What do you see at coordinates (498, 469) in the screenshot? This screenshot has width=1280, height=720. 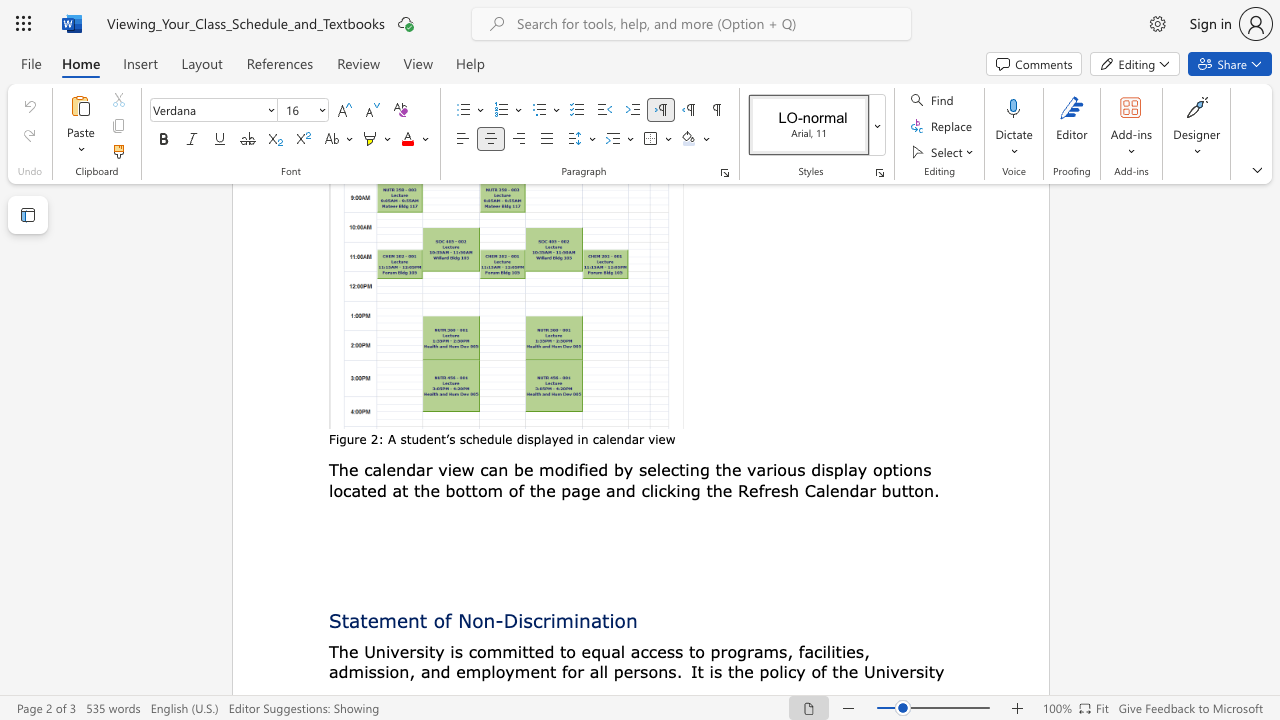 I see `the subset text "n be" within the text "The calendar view can be"` at bounding box center [498, 469].